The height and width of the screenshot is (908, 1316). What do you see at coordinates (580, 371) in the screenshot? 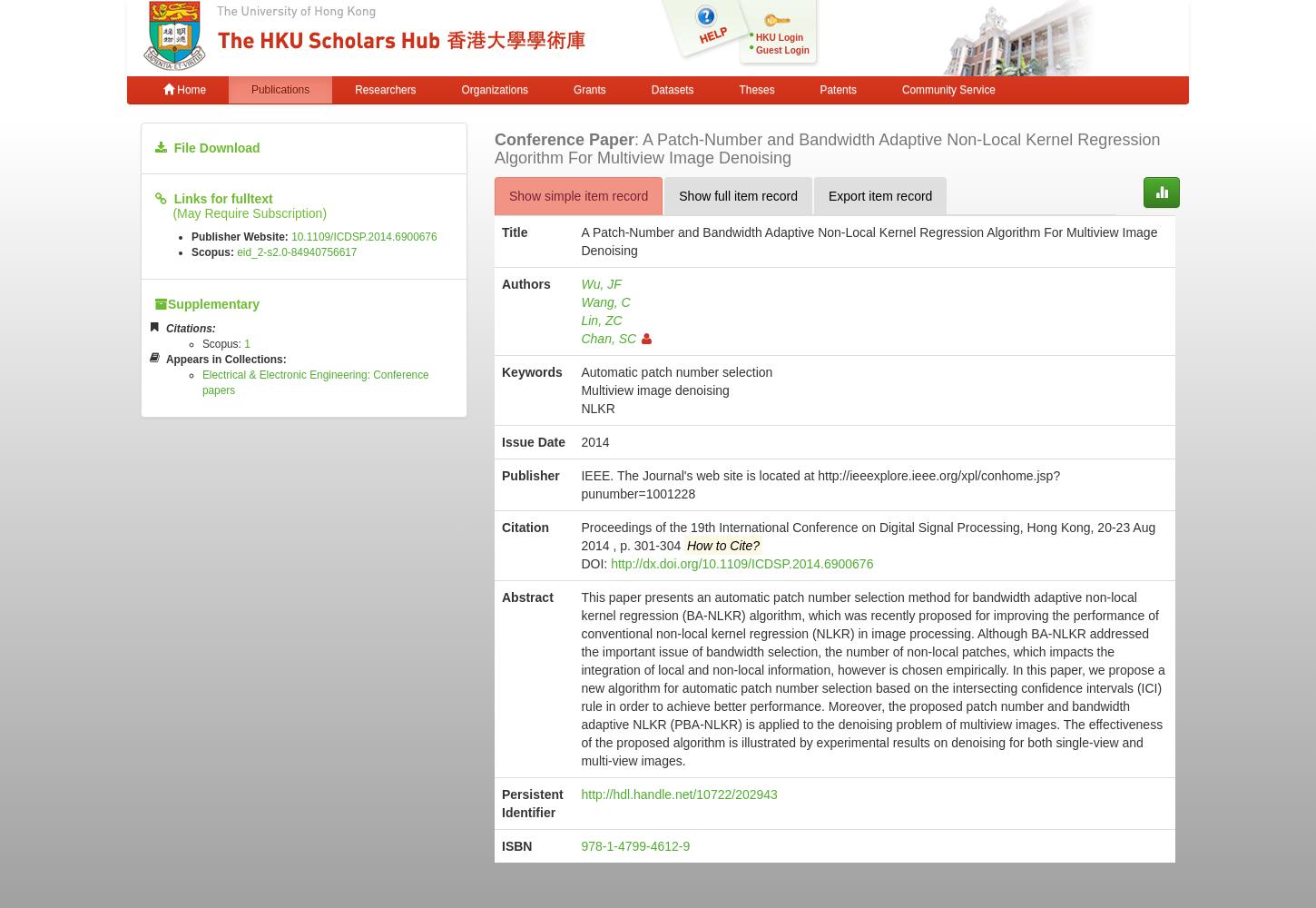
I see `'Automatic patch number selection'` at bounding box center [580, 371].